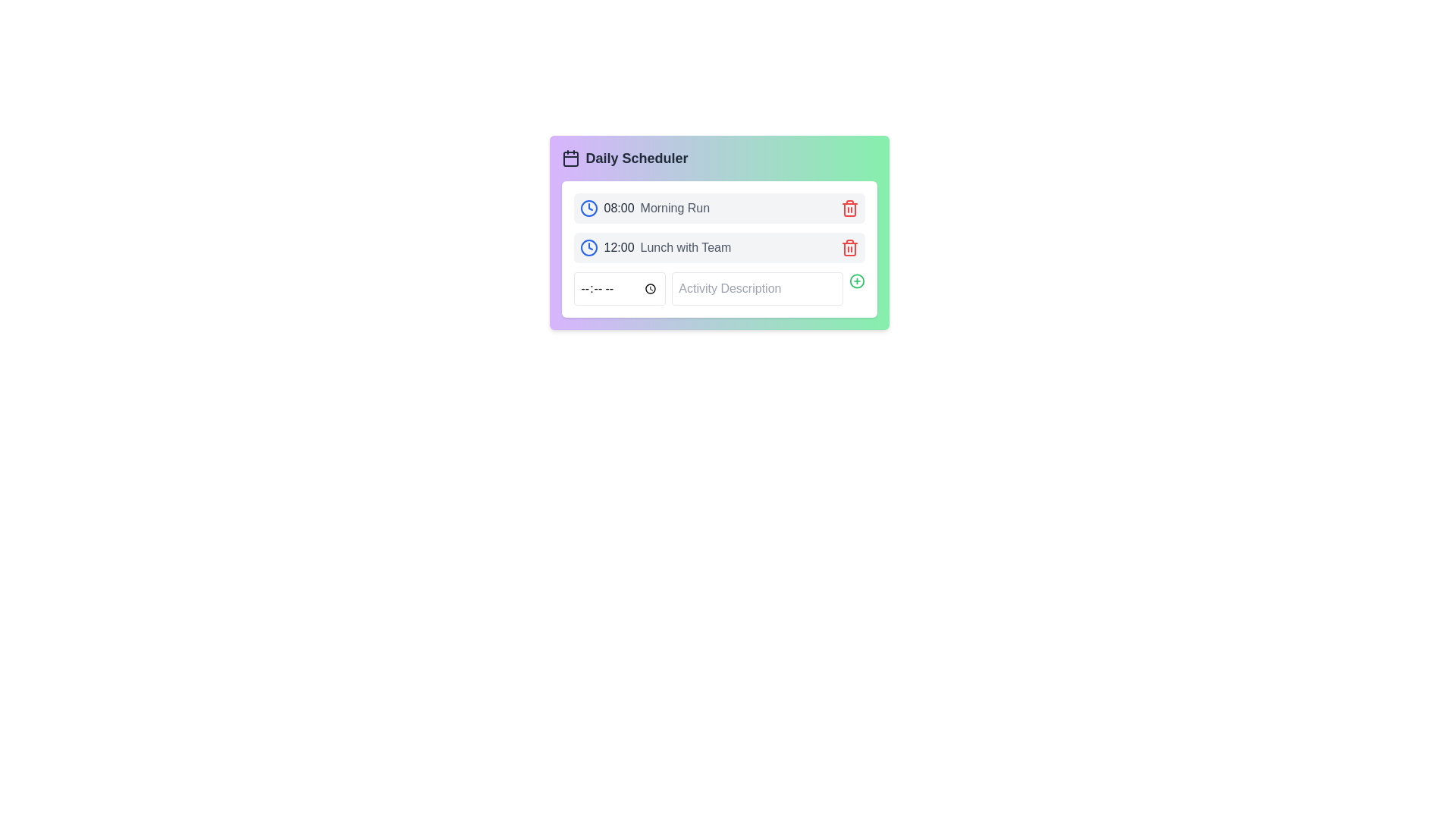 This screenshot has height=819, width=1456. I want to click on the rectangular text input field with rounded corners and placeholder text 'Activity Description' to focus the input field, so click(757, 289).